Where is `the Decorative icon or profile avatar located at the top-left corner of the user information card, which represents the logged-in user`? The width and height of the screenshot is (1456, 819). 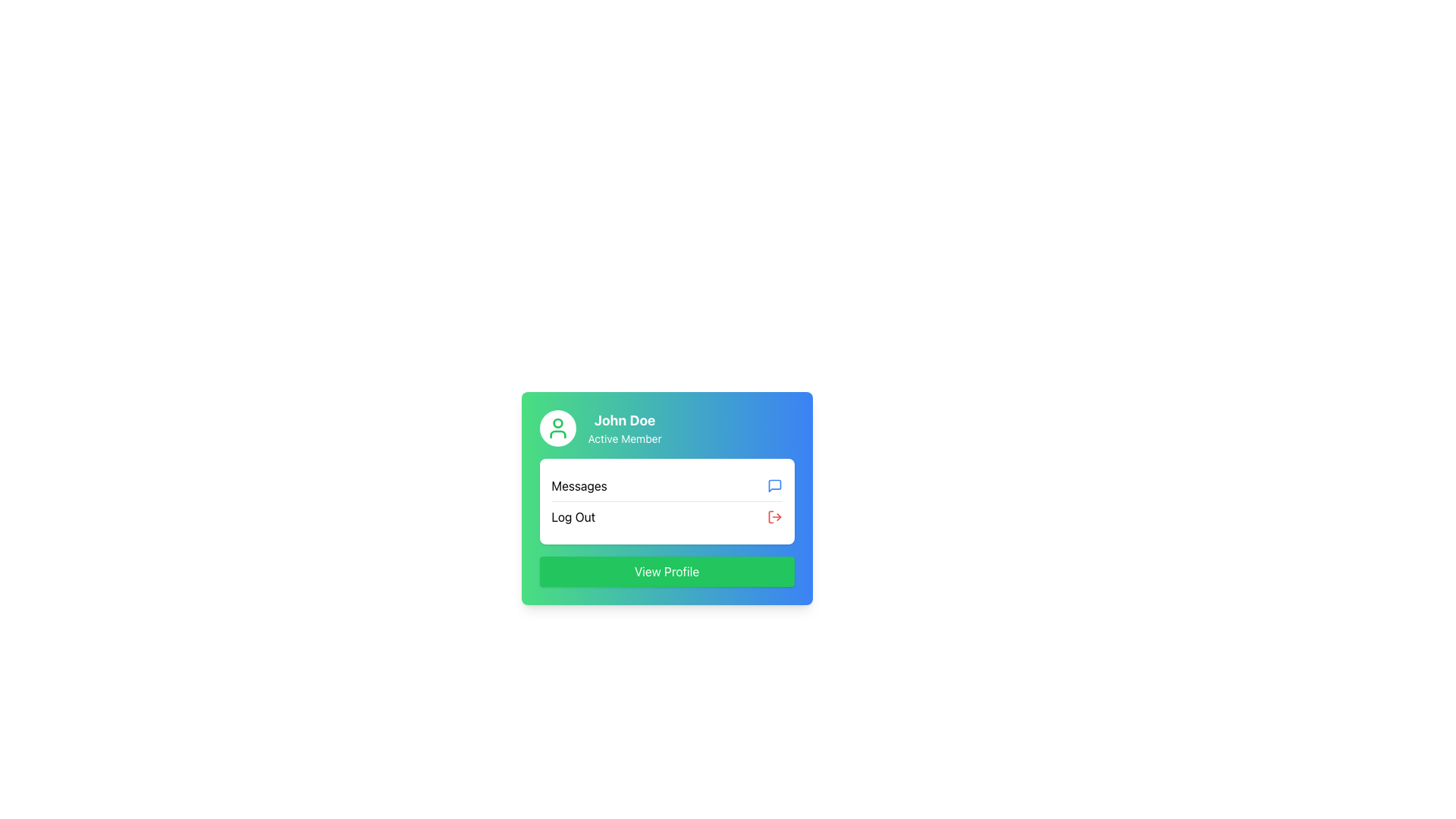 the Decorative icon or profile avatar located at the top-left corner of the user information card, which represents the logged-in user is located at coordinates (557, 428).